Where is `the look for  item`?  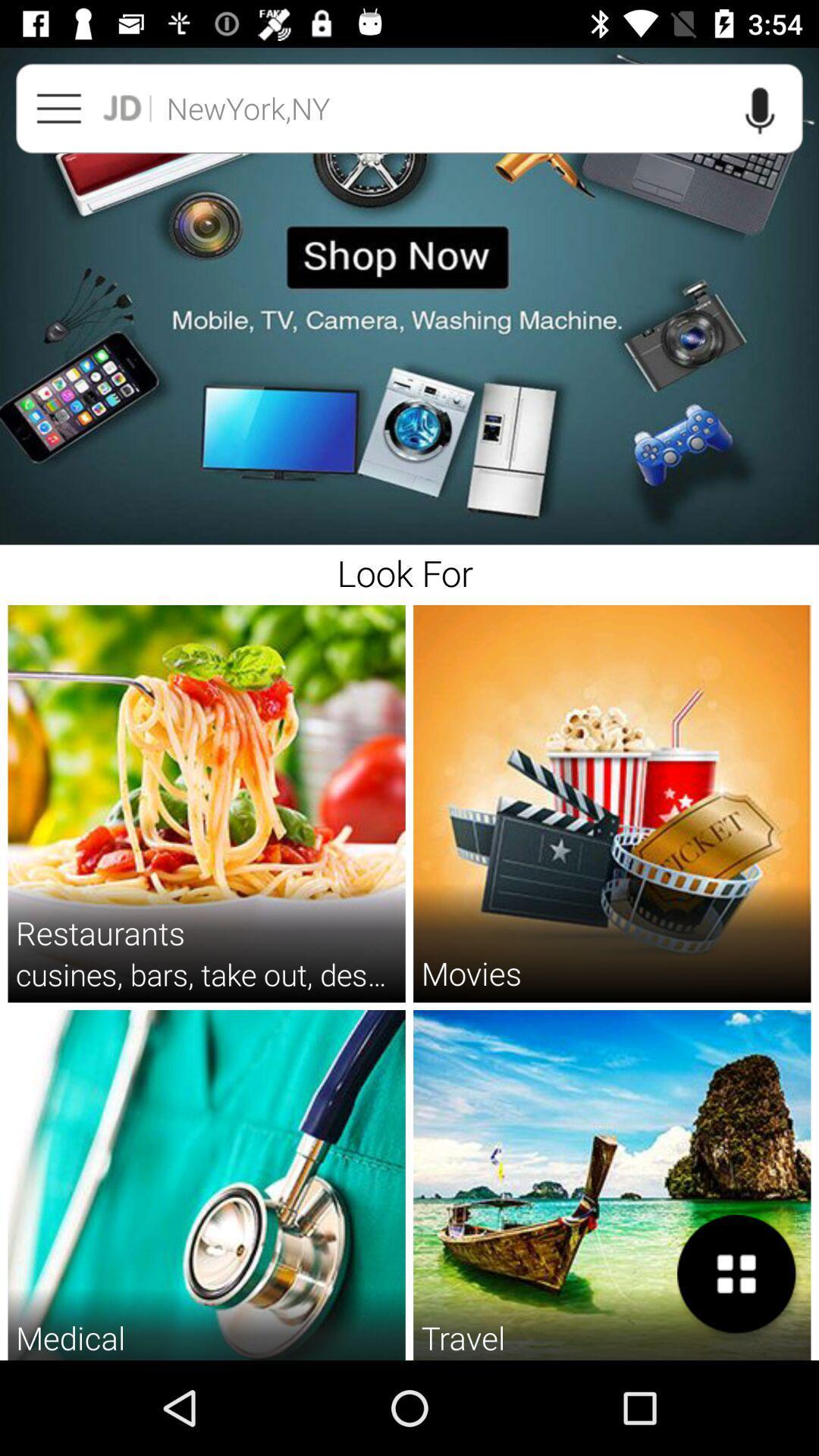 the look for  item is located at coordinates (409, 570).